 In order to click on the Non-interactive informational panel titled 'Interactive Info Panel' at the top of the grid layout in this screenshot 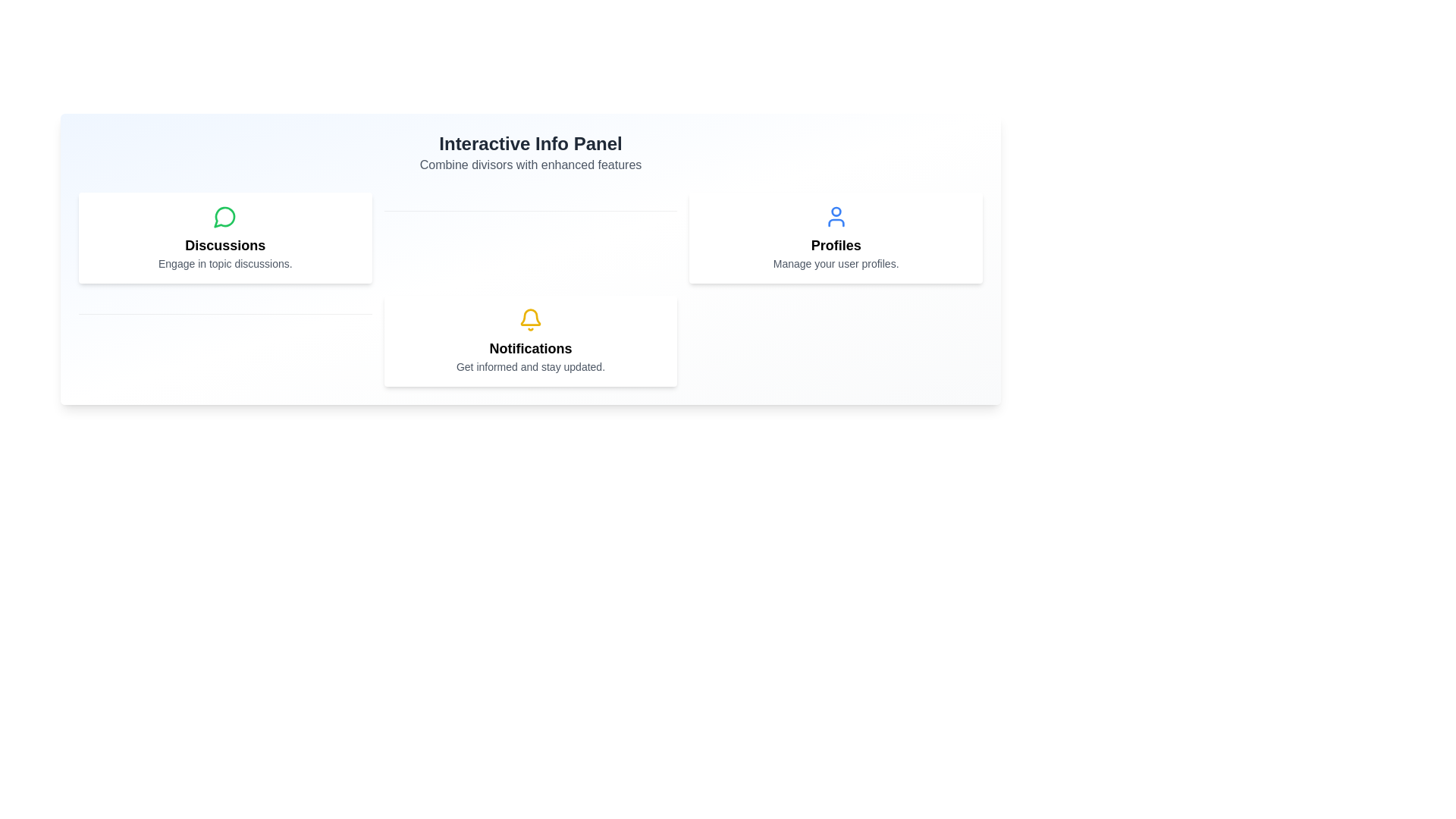, I will do `click(531, 152)`.